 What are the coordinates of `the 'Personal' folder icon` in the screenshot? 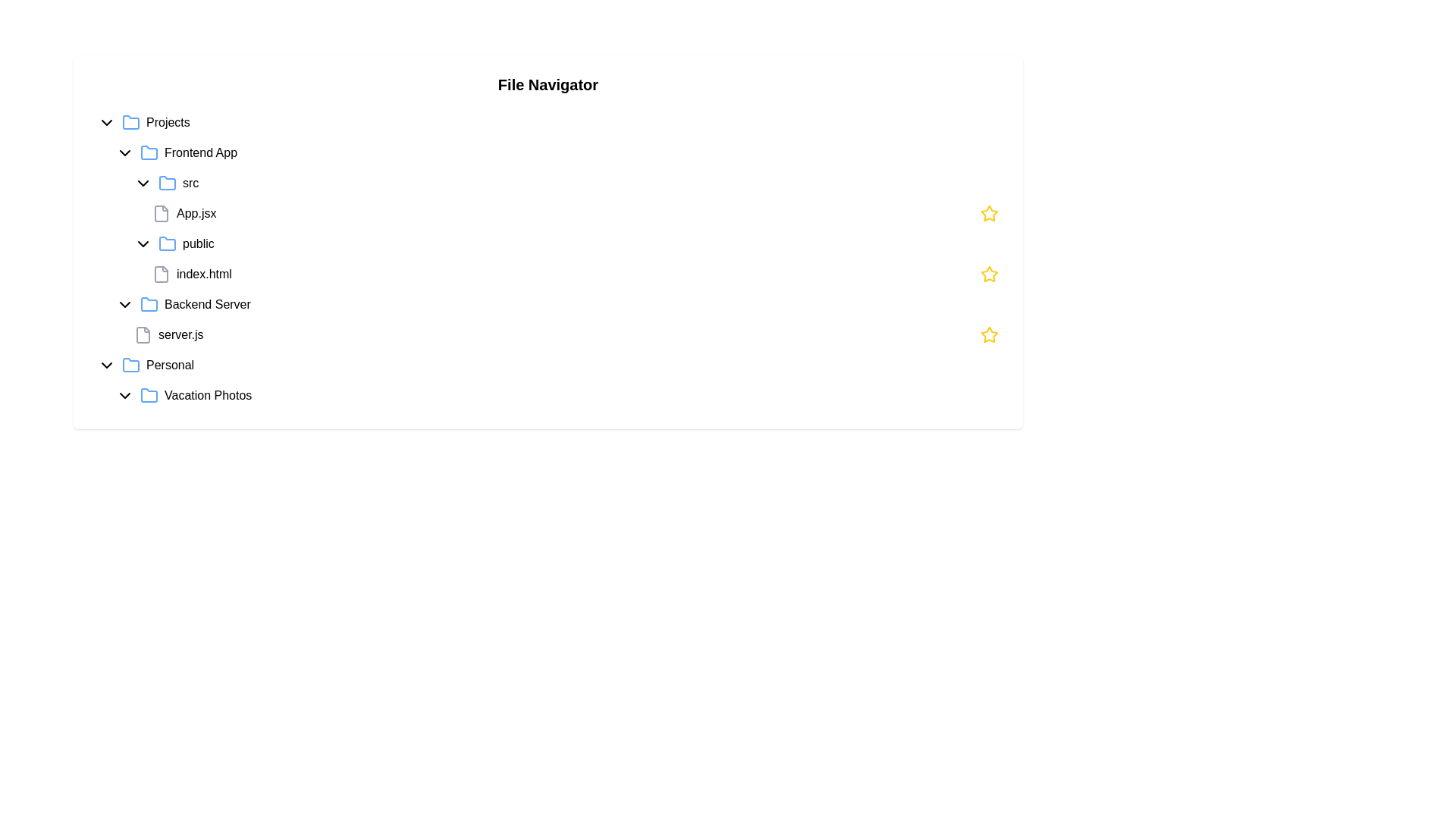 It's located at (130, 365).